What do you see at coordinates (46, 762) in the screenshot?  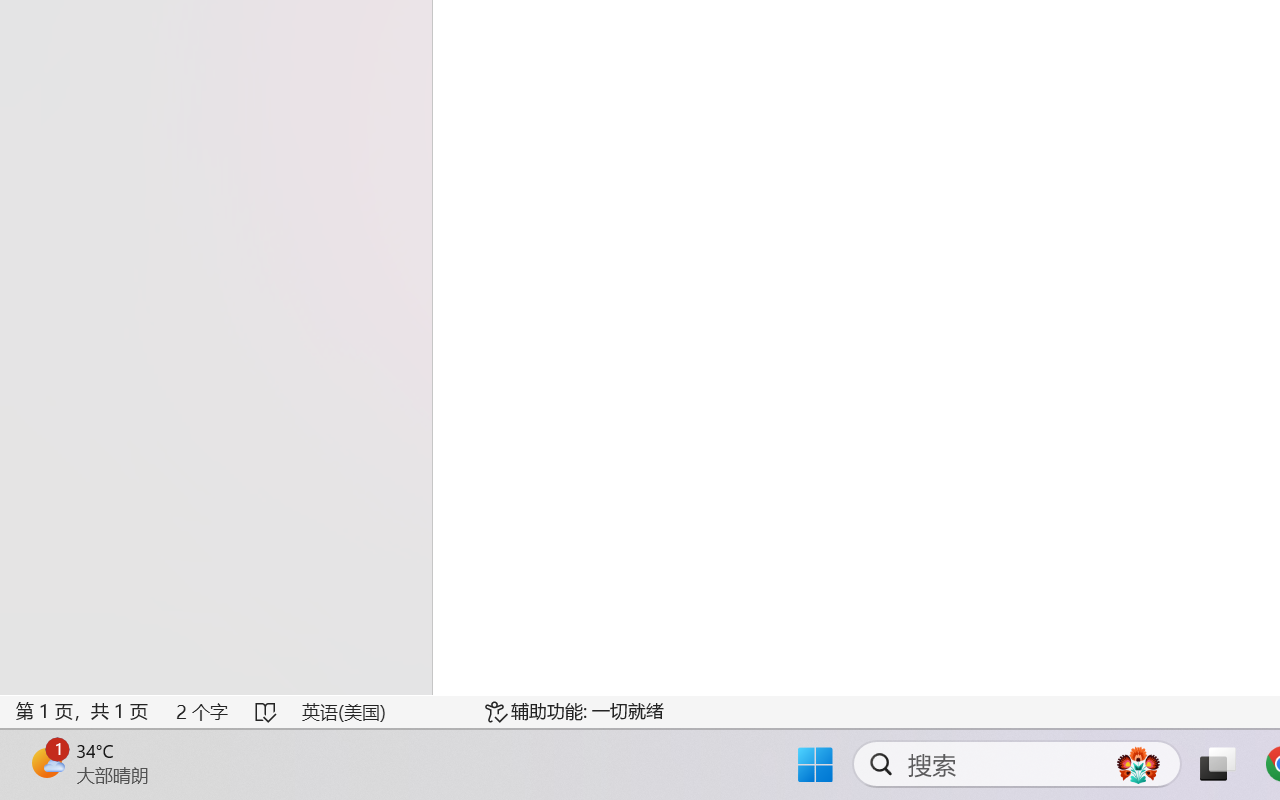 I see `'AutomationID: BadgeAnchorLargeTicker'` at bounding box center [46, 762].